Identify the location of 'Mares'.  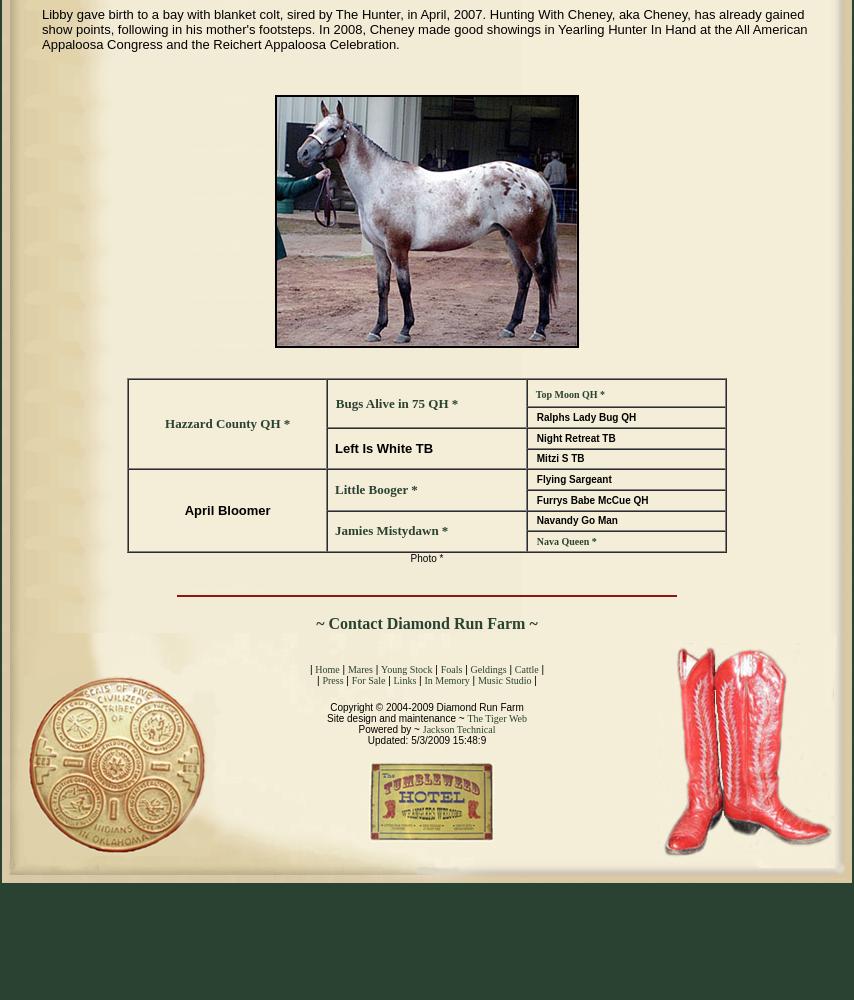
(359, 669).